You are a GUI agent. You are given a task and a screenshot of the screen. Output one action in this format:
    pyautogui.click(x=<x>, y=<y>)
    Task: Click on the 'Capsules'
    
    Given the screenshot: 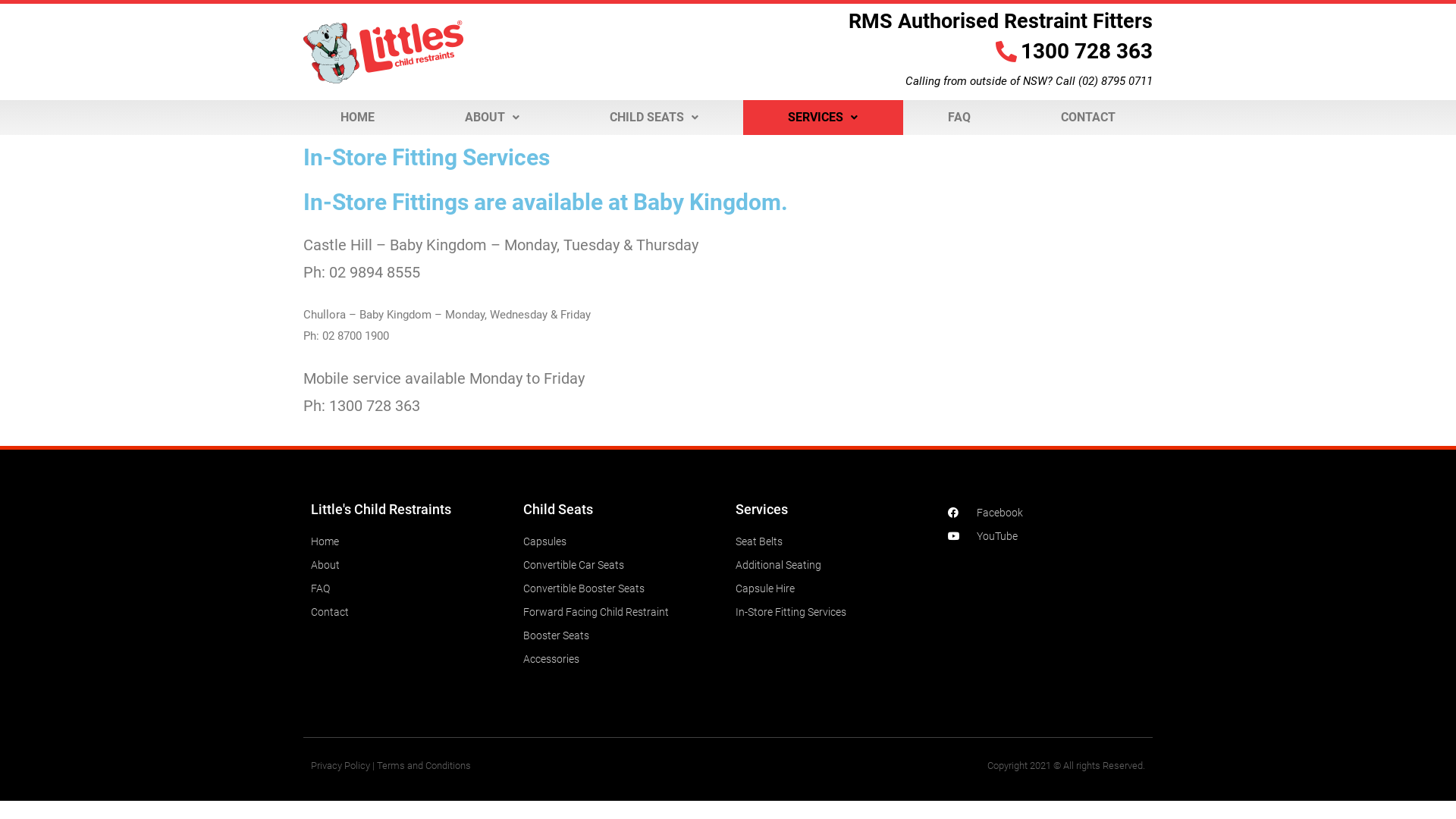 What is the action you would take?
    pyautogui.click(x=622, y=540)
    